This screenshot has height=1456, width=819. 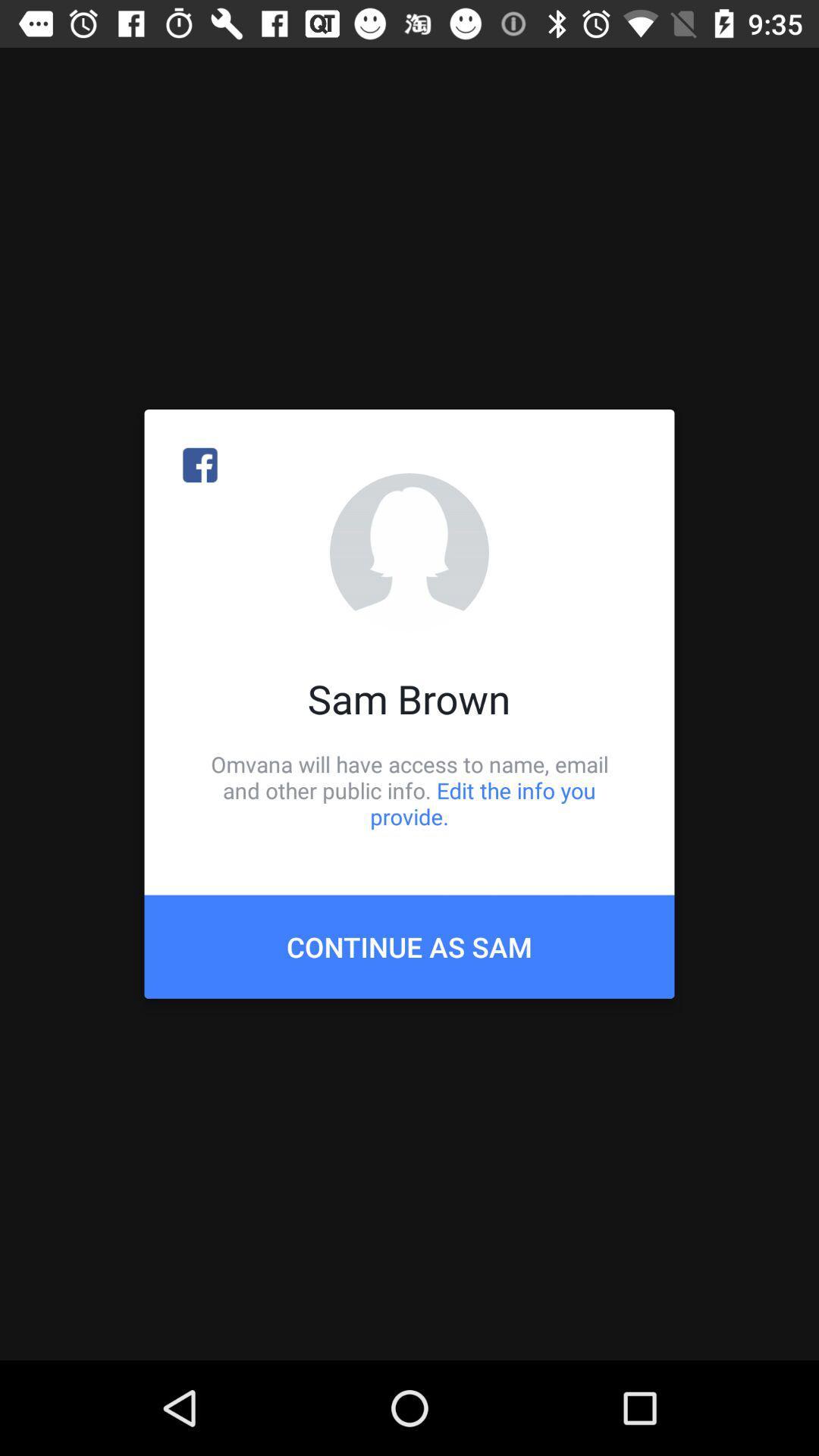 I want to click on omvana will have icon, so click(x=409, y=789).